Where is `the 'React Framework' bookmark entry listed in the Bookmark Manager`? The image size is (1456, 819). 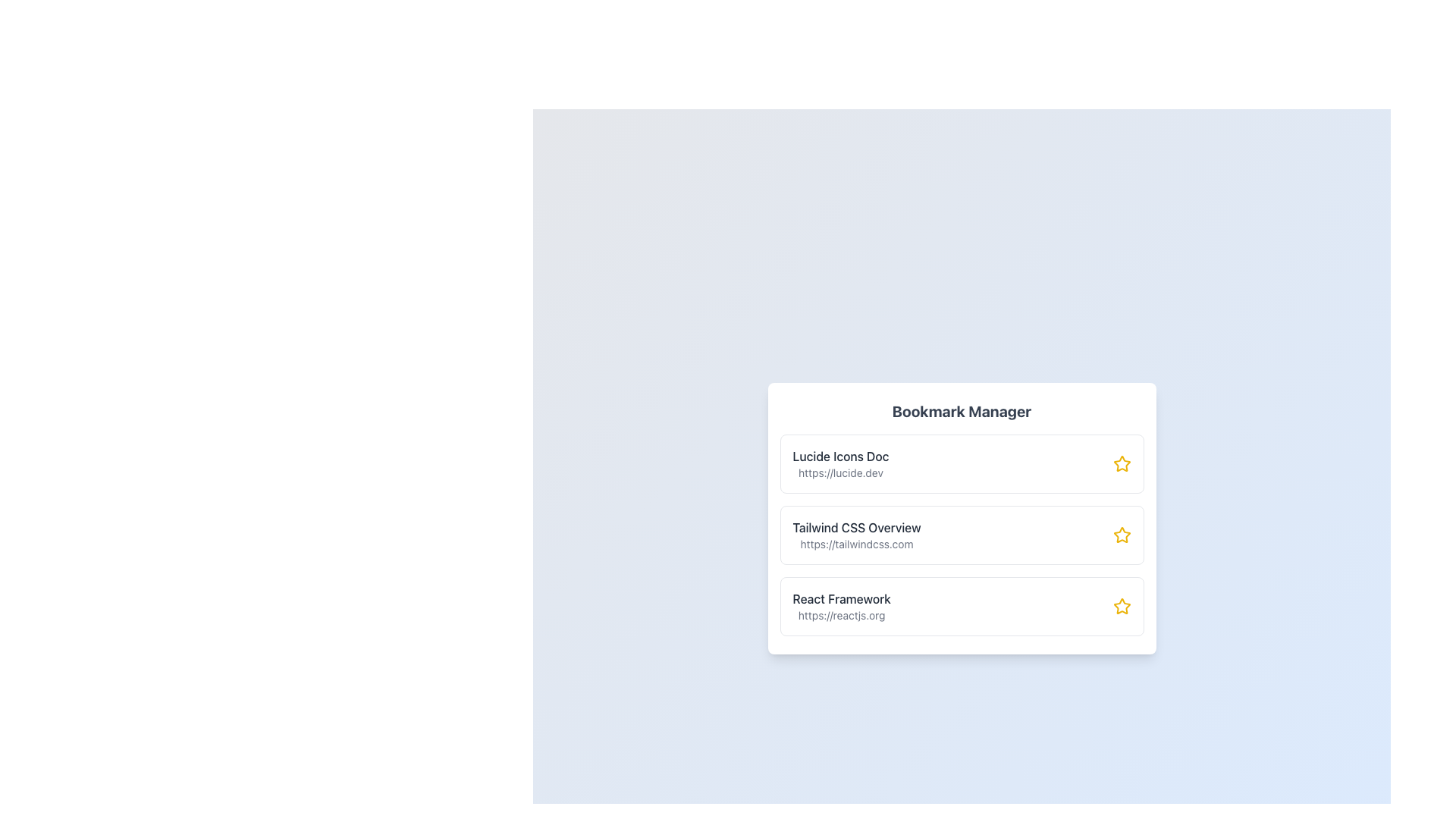
the 'React Framework' bookmark entry listed in the Bookmark Manager is located at coordinates (841, 605).